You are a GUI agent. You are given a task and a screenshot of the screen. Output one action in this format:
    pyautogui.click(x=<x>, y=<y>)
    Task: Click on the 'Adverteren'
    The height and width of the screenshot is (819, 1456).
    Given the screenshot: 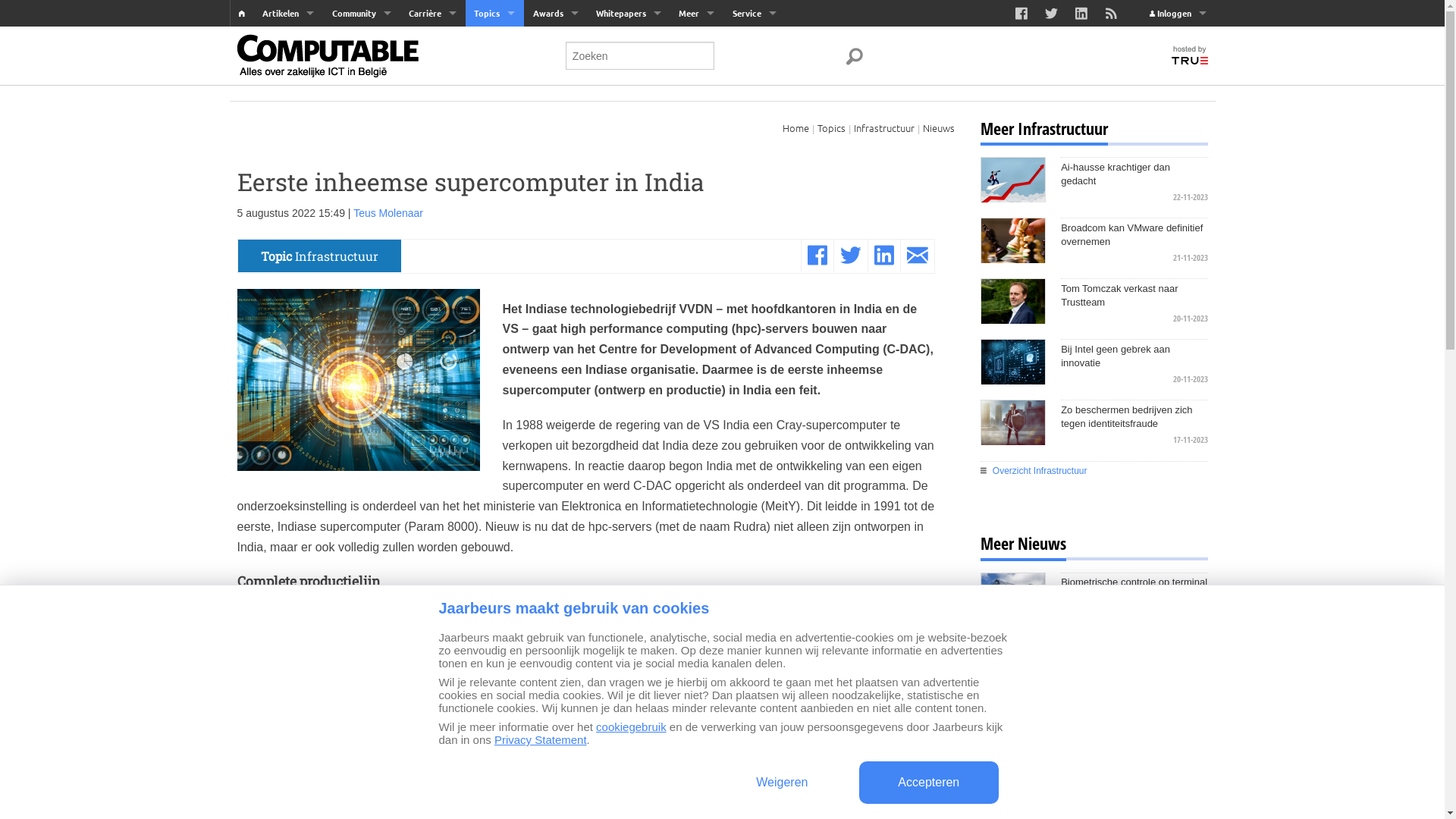 What is the action you would take?
    pyautogui.click(x=754, y=66)
    